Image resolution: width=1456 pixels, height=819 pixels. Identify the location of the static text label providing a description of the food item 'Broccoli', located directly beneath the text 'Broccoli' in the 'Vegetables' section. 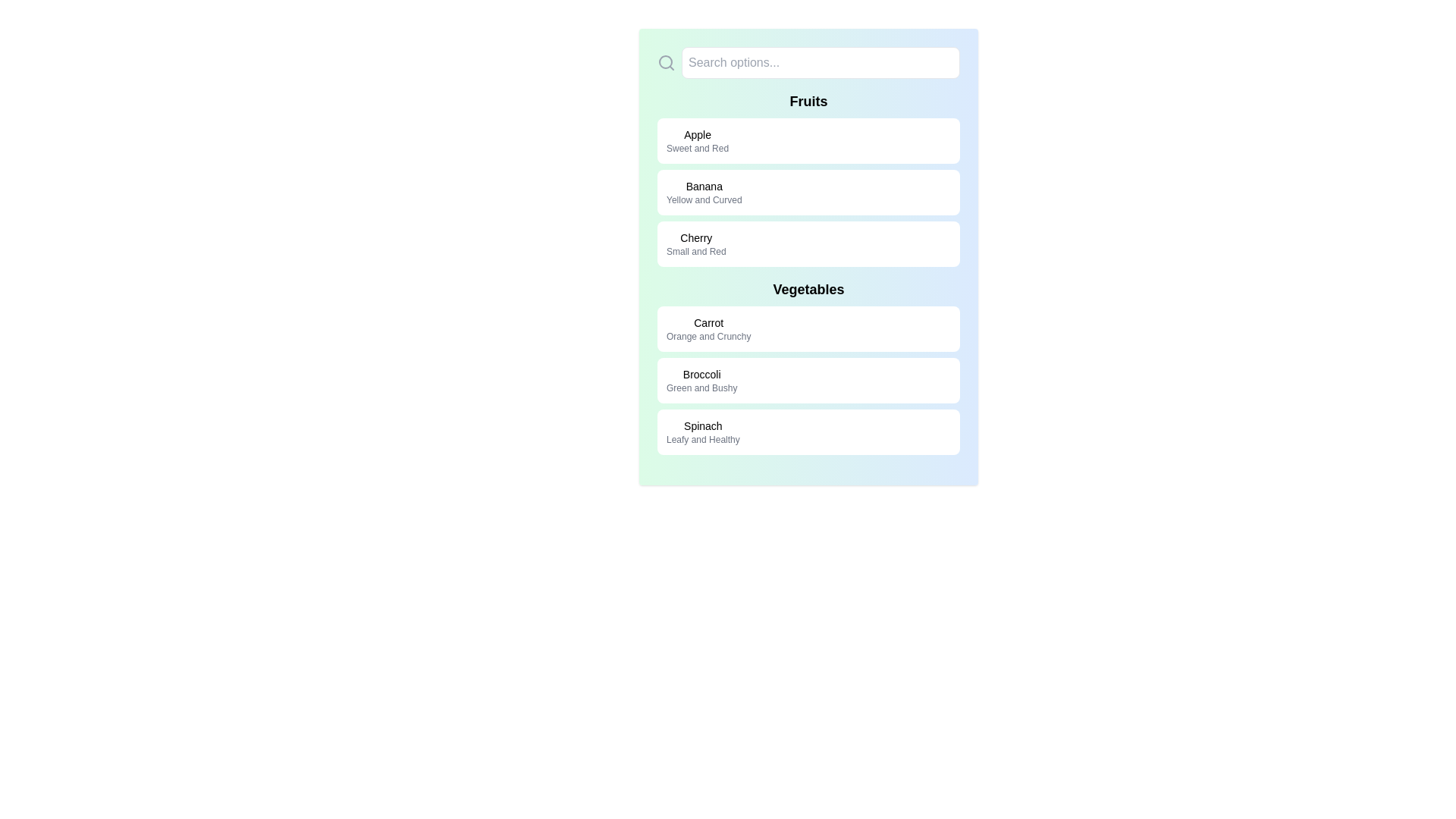
(701, 388).